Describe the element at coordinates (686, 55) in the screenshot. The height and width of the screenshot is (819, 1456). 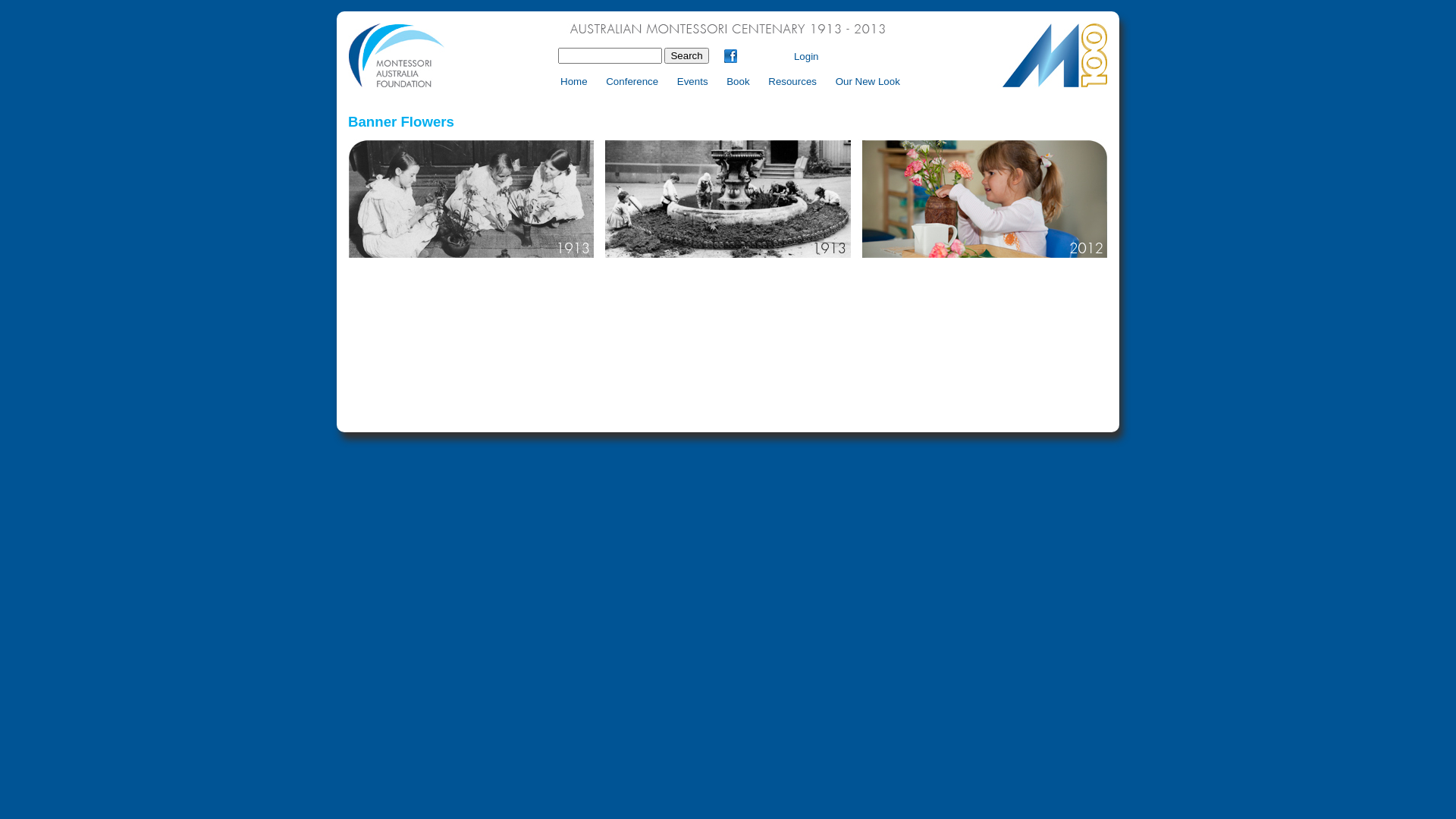
I see `'Search'` at that location.